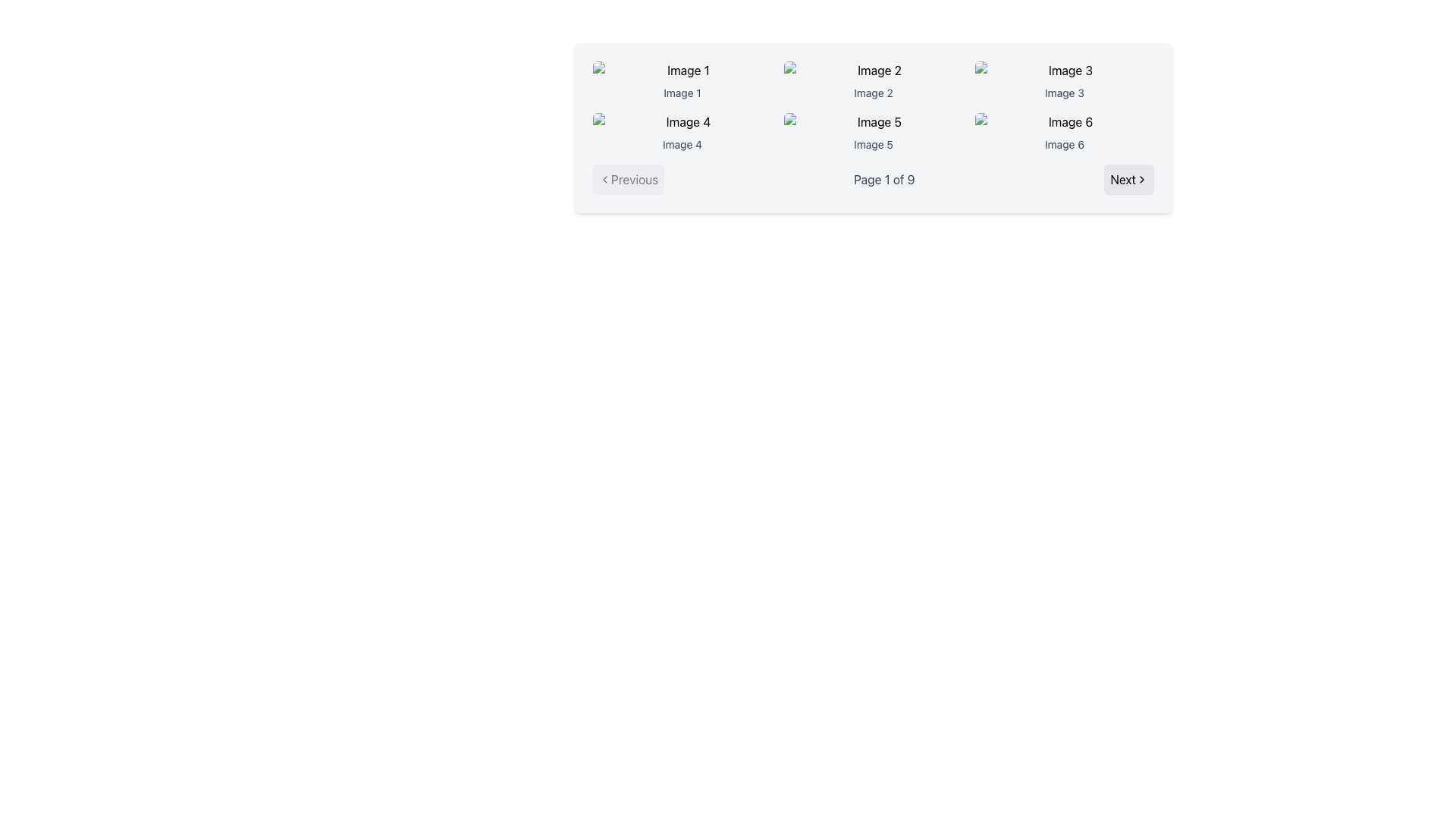 This screenshot has height=819, width=1456. What do you see at coordinates (681, 145) in the screenshot?
I see `the text label displaying 'Image 4', which is gray and centrally aligned below its corresponding image preview in the second column of the grid layout` at bounding box center [681, 145].